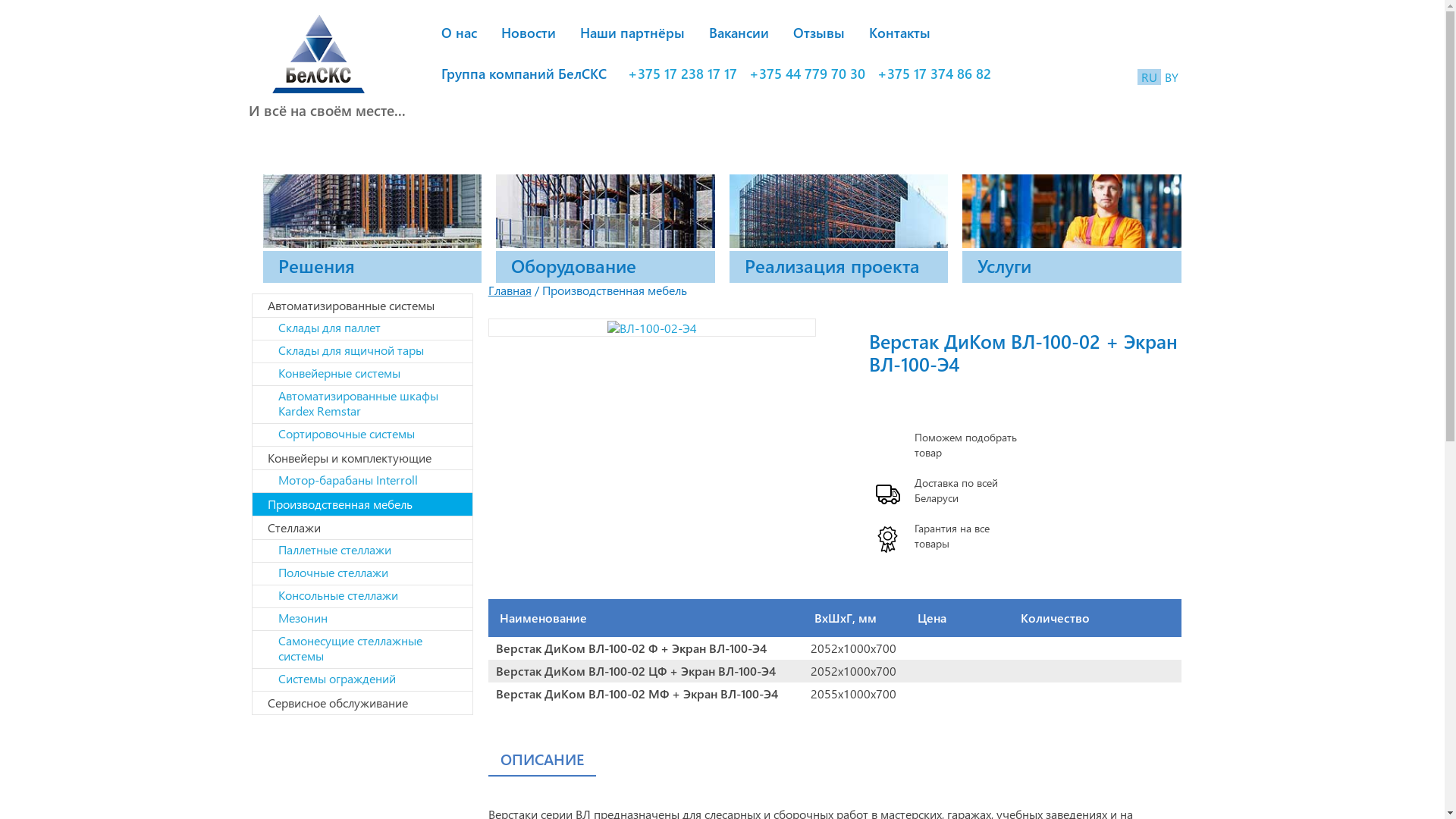 The image size is (1456, 819). Describe the element at coordinates (1140, 77) in the screenshot. I see `'RU'` at that location.